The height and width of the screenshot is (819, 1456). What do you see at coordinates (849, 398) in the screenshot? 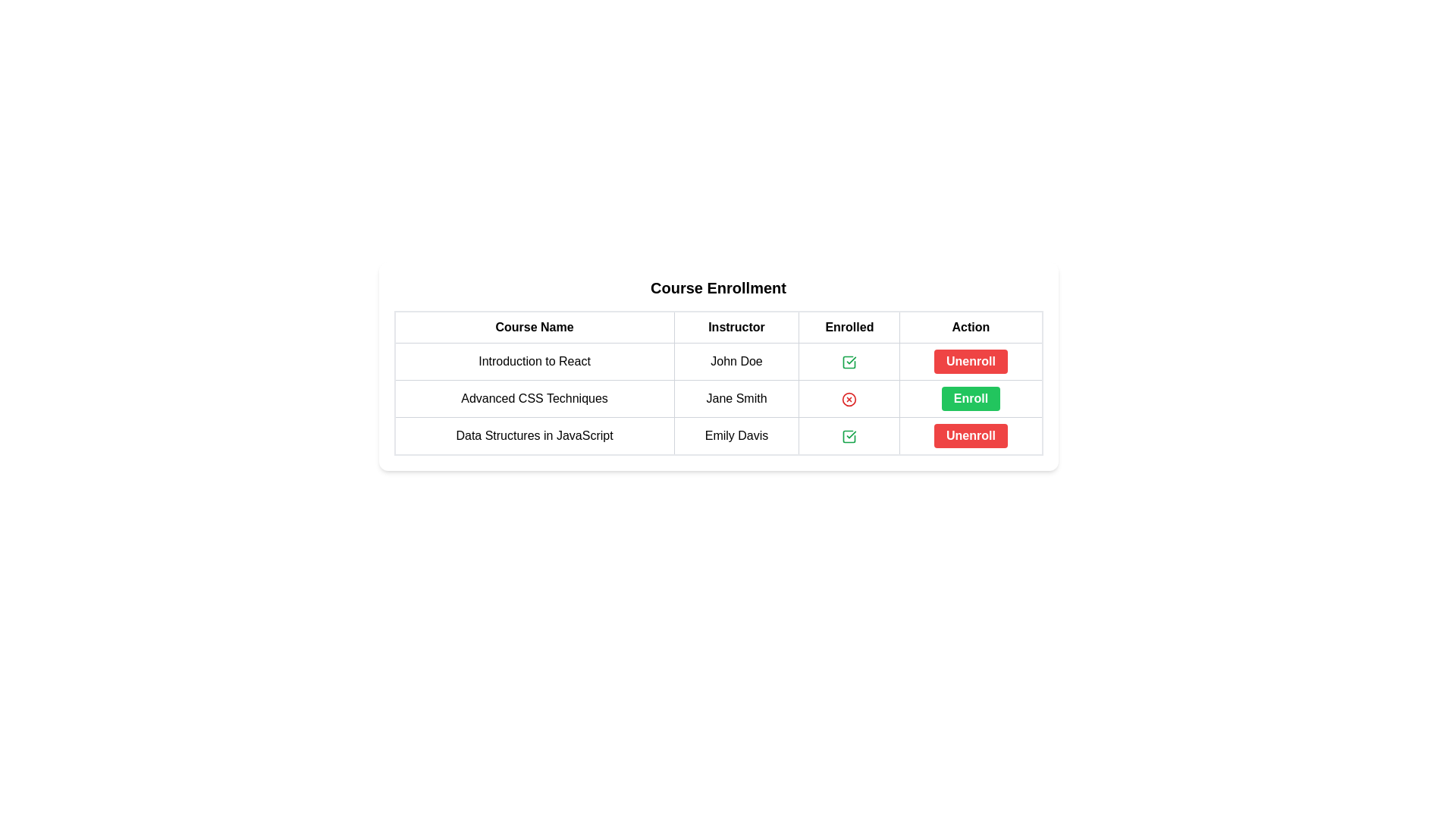
I see `the unenrolled status icon located in the 'Enrolled' column of the row for 'Advanced CSS Techniques', positioned to the left of the 'Enroll' button` at bounding box center [849, 398].